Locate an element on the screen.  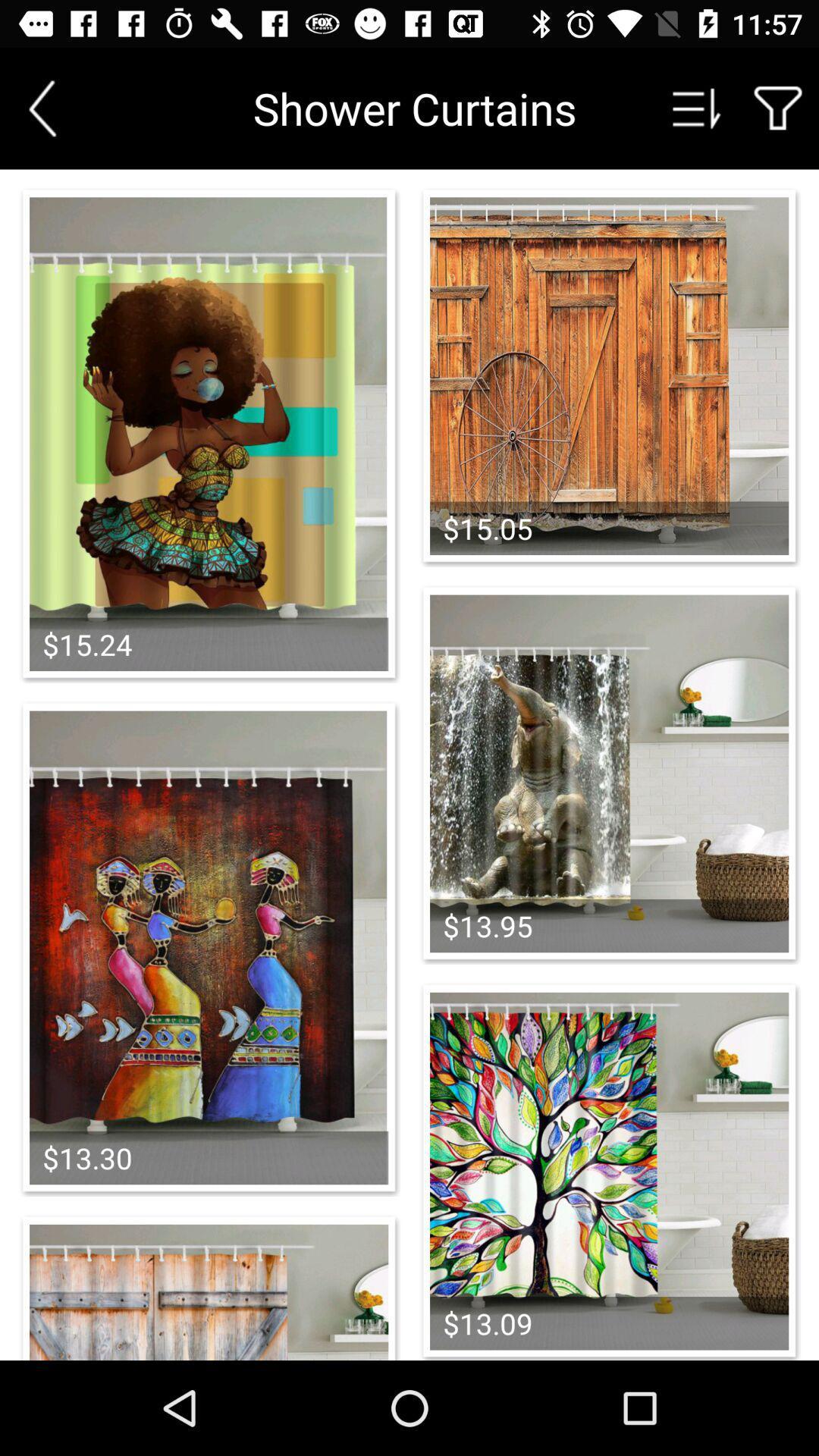
the filter icon is located at coordinates (778, 108).